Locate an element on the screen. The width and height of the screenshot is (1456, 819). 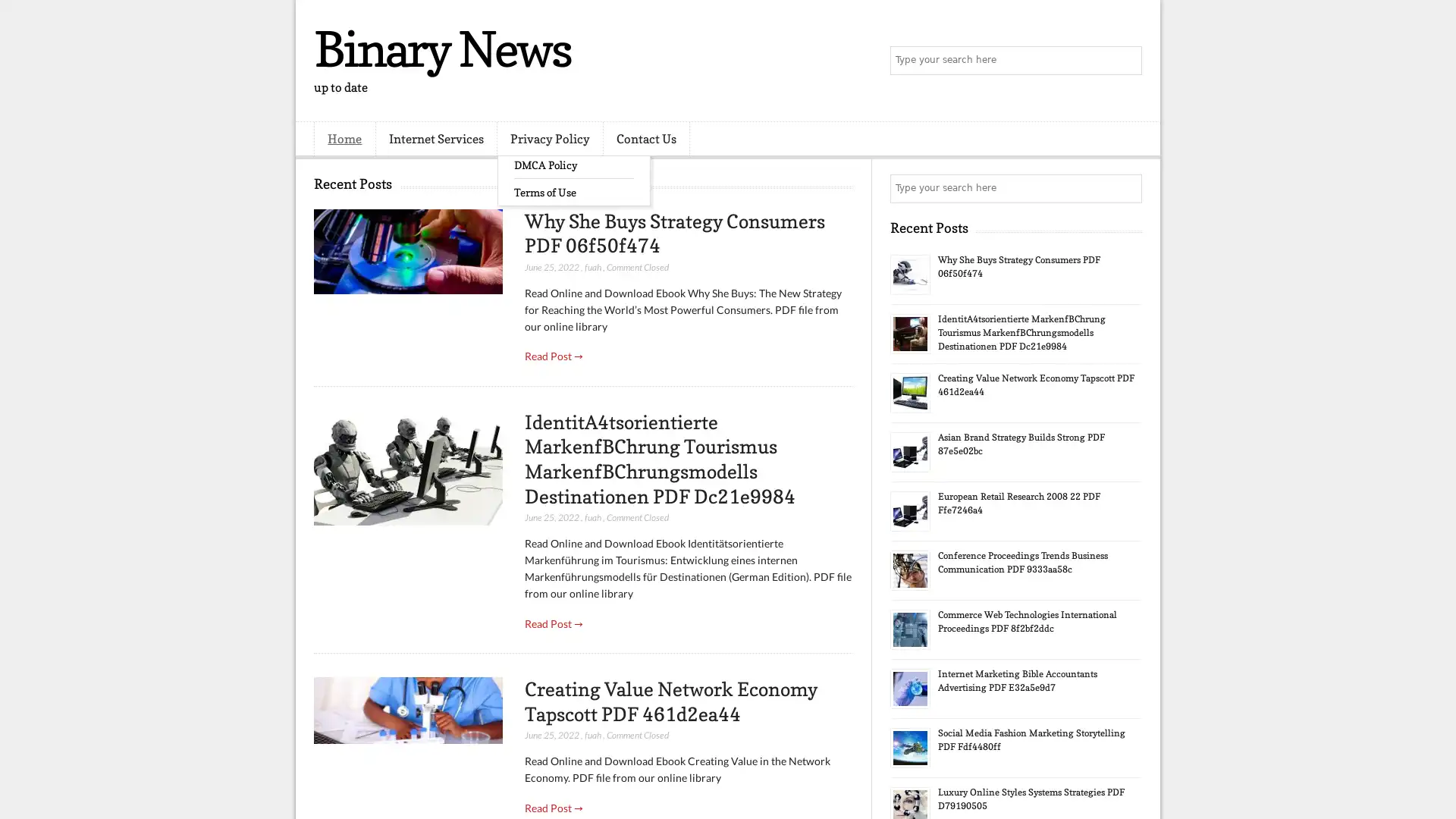
Search is located at coordinates (1126, 61).